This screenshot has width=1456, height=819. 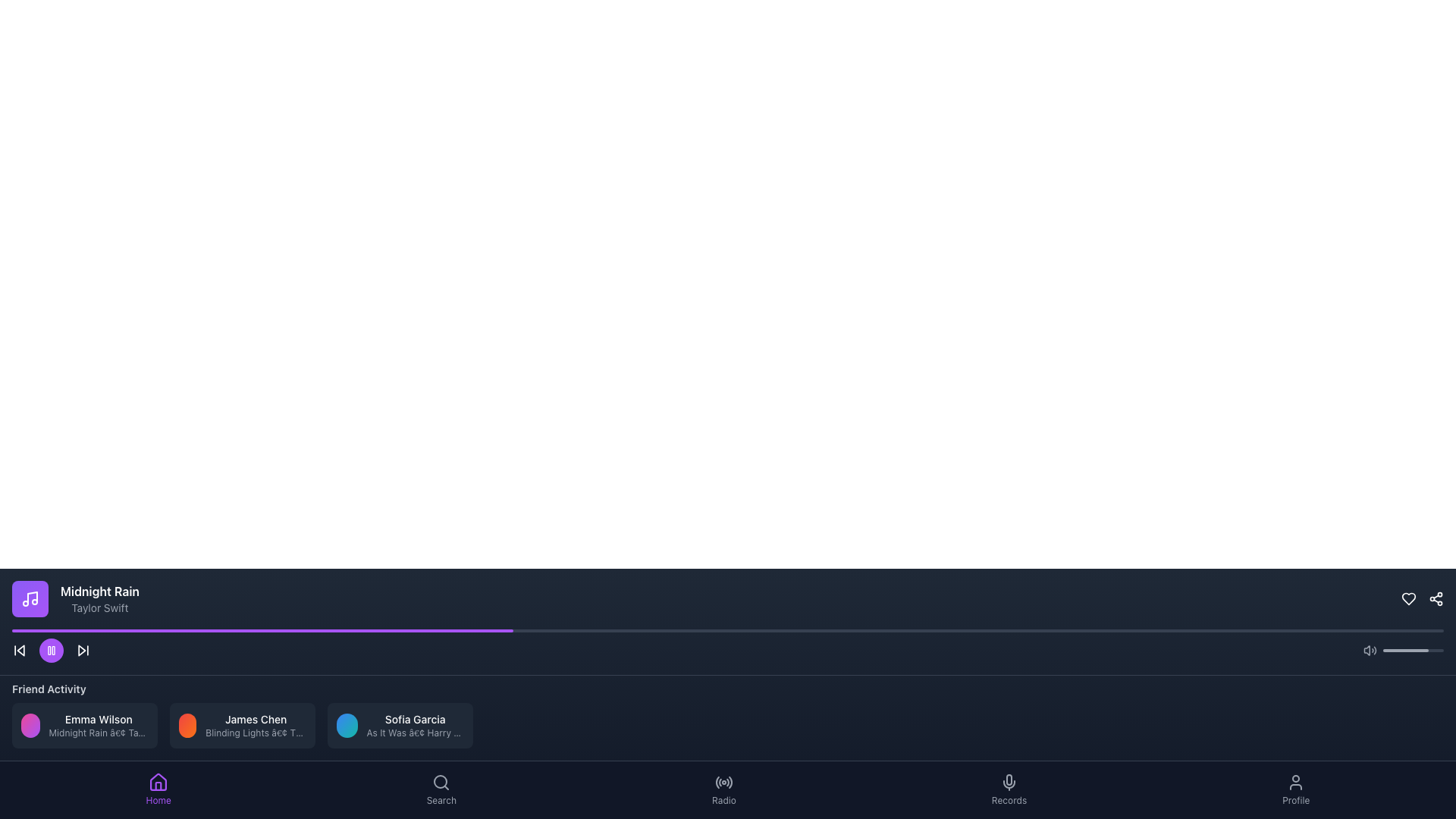 I want to click on the text label displaying 'Radio' located in the bottom navigation bar, specifically the fifth option from the left, so click(x=723, y=800).